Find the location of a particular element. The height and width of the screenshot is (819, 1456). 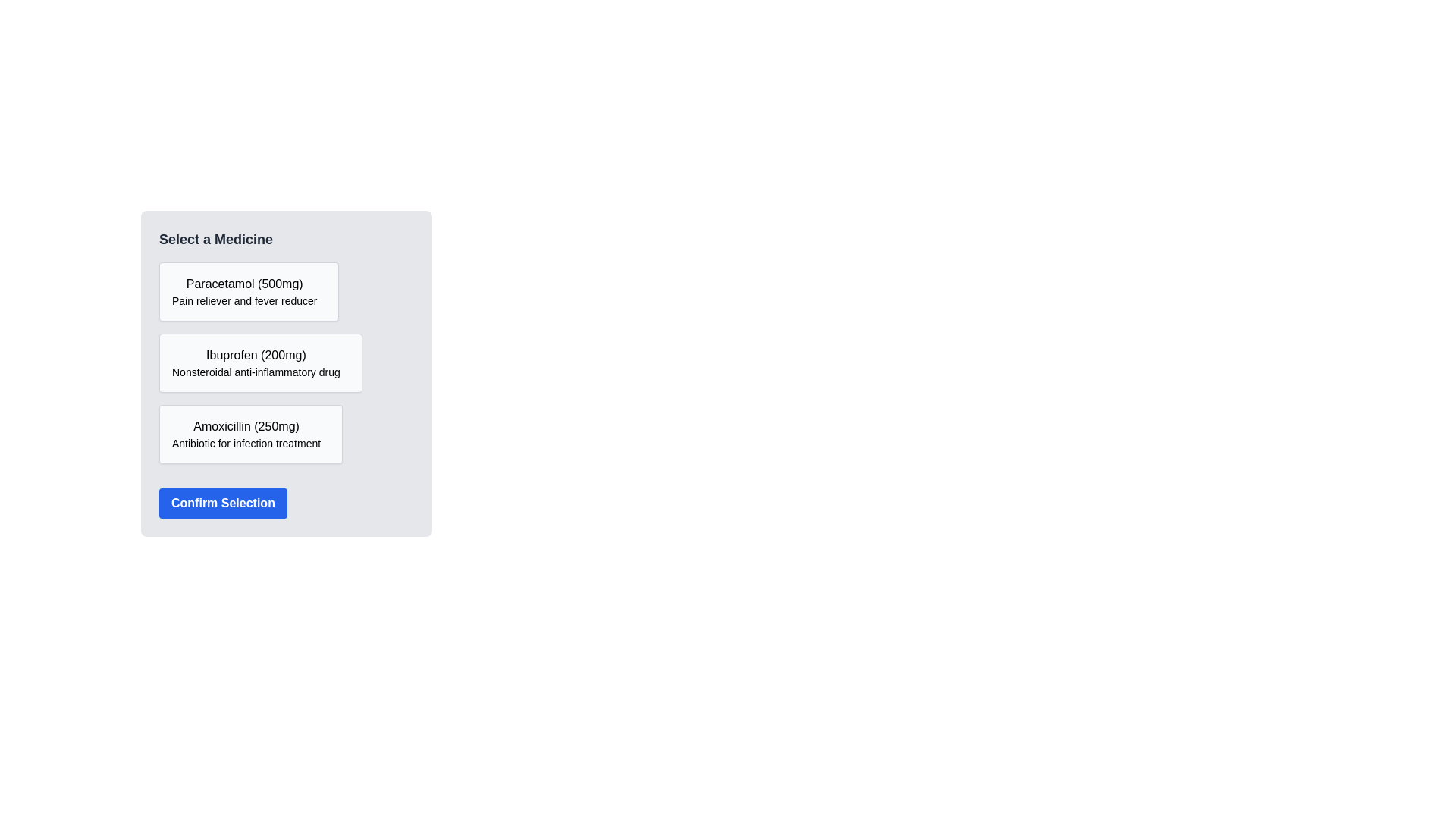

the 'Paracetamol (500mg)' option in the selectable list is located at coordinates (244, 292).